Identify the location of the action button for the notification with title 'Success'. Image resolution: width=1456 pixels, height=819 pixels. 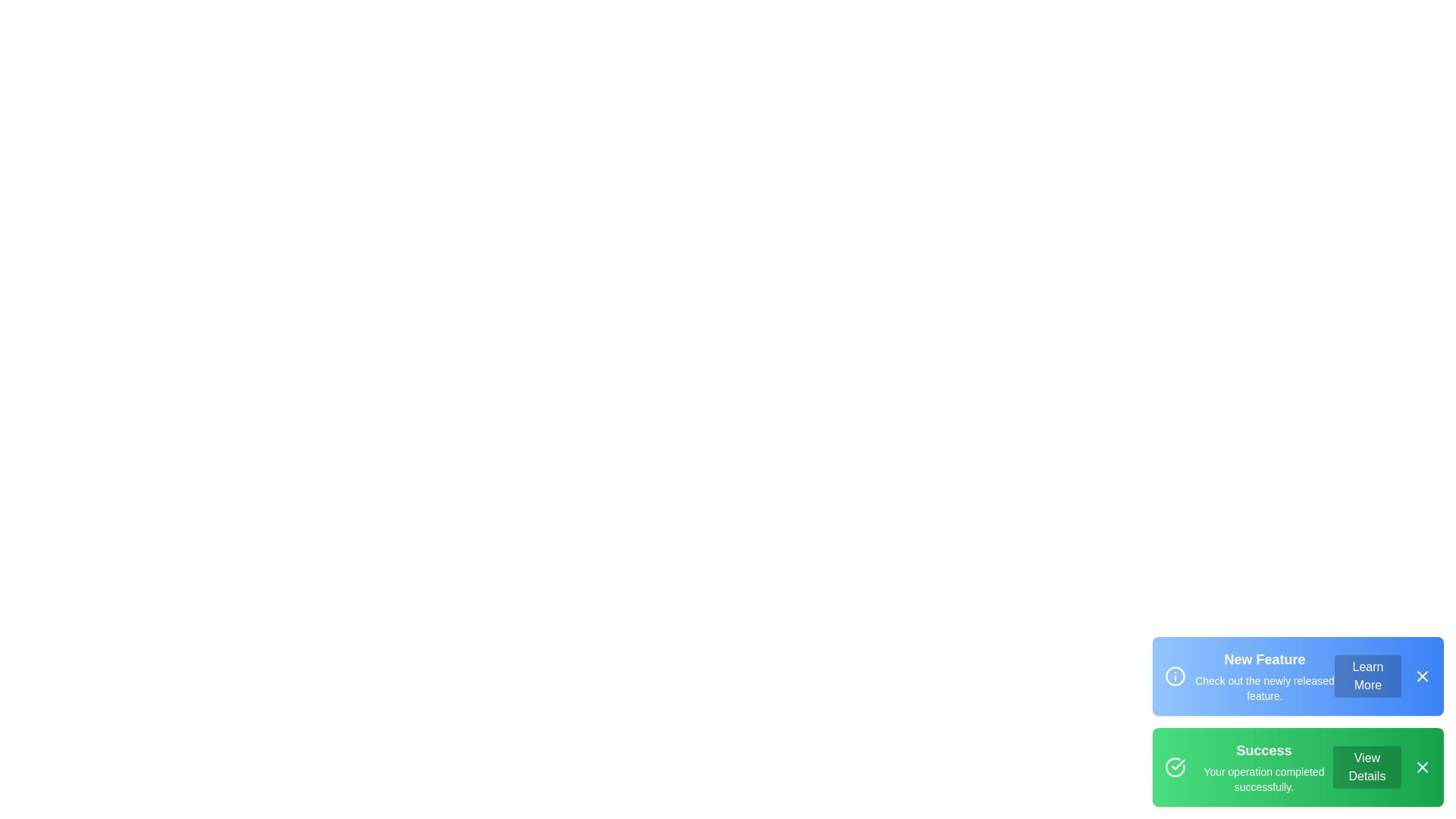
(1367, 767).